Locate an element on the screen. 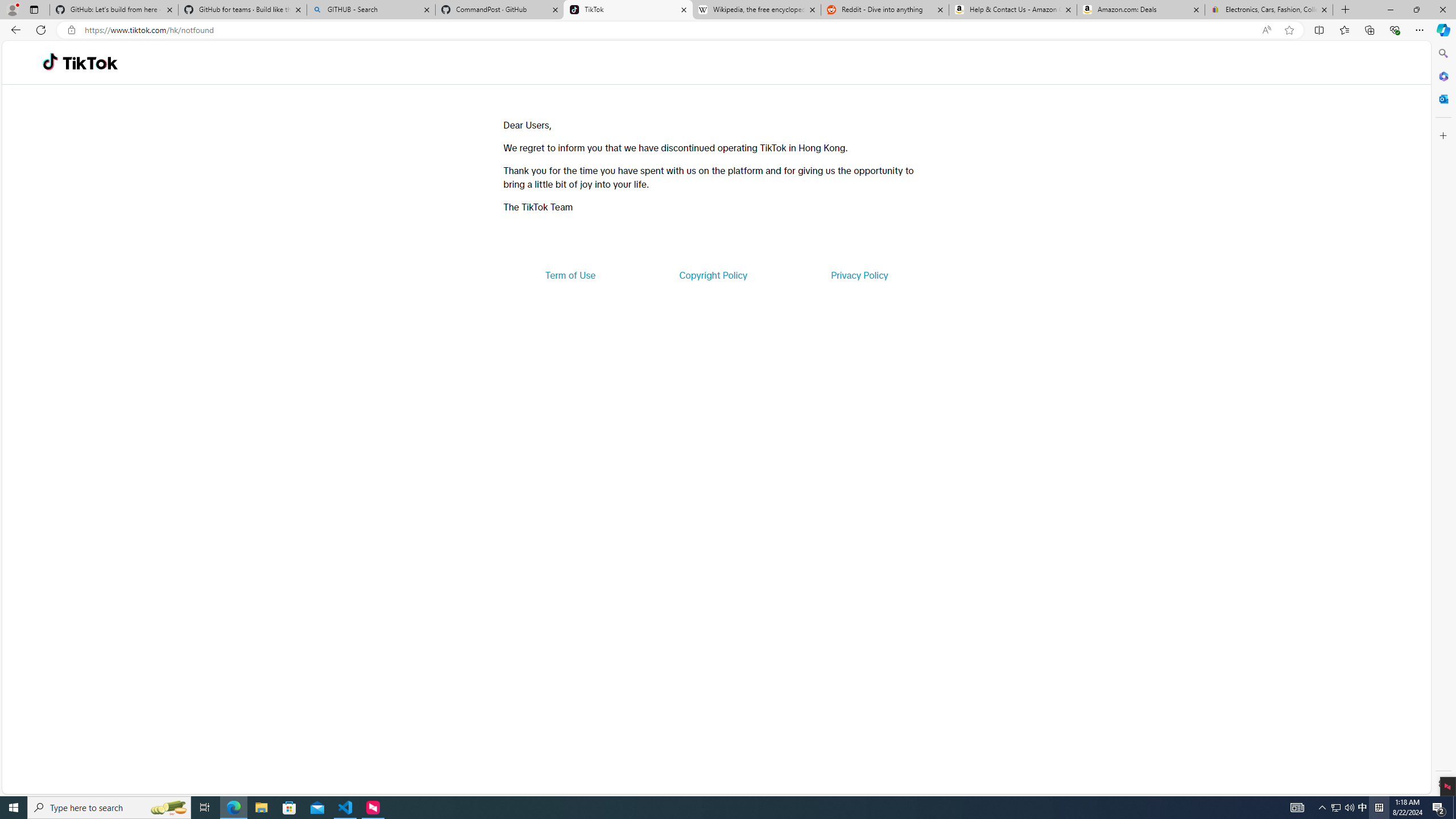 The height and width of the screenshot is (819, 1456). 'Amazon.com: Deals' is located at coordinates (1140, 9).